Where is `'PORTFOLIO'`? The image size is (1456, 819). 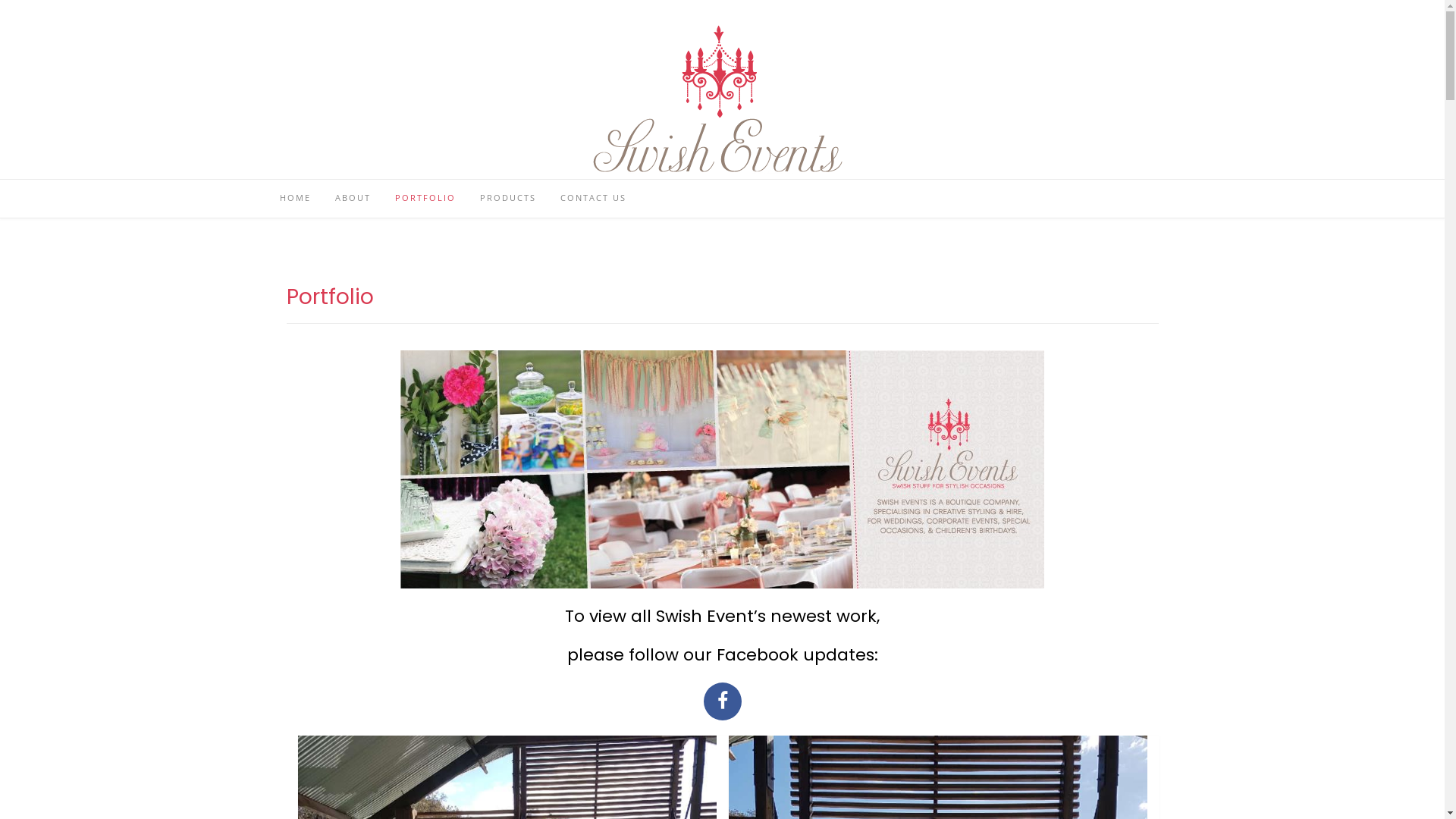
'PORTFOLIO' is located at coordinates (425, 198).